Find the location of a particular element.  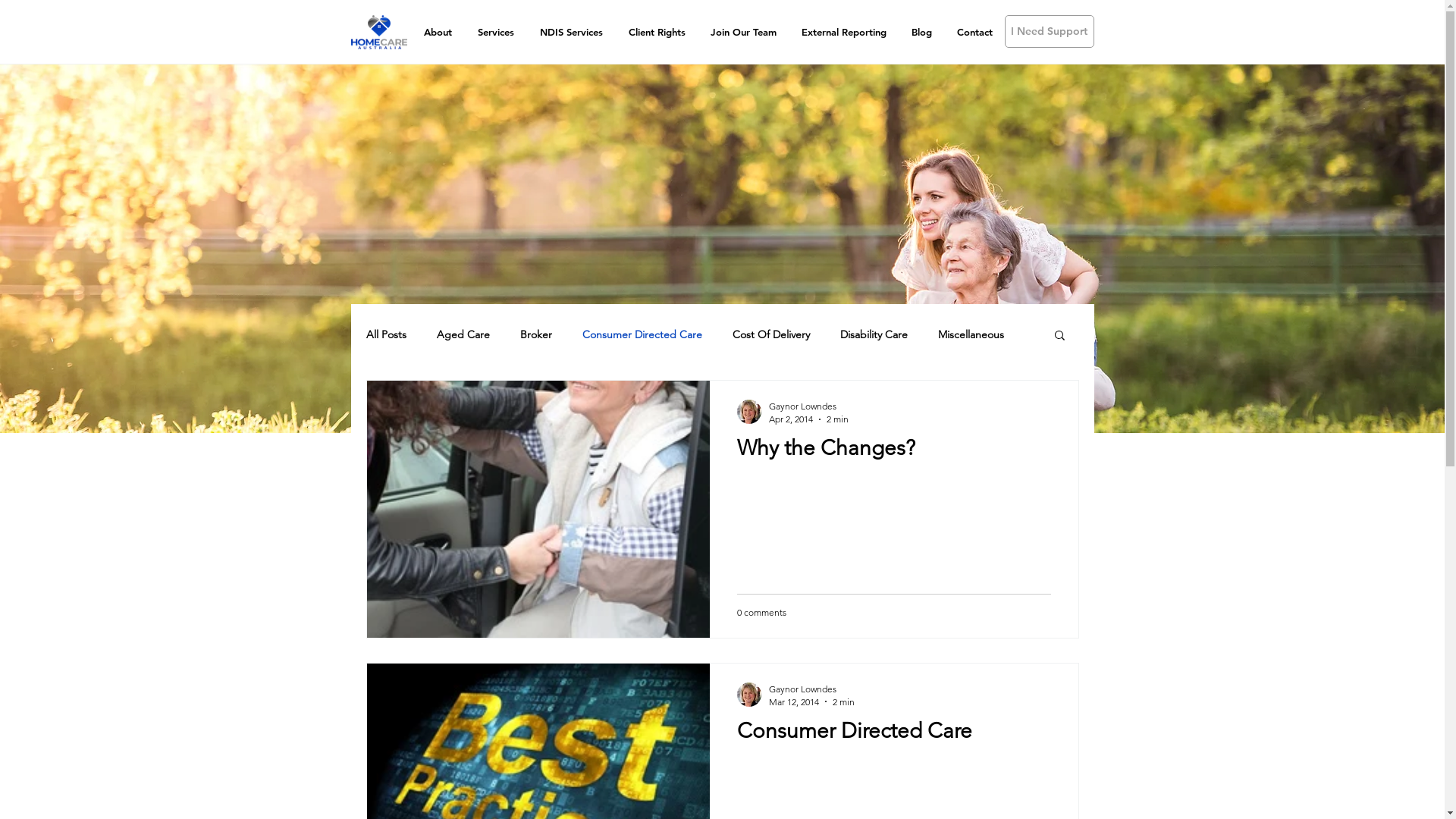

'About' is located at coordinates (437, 32).